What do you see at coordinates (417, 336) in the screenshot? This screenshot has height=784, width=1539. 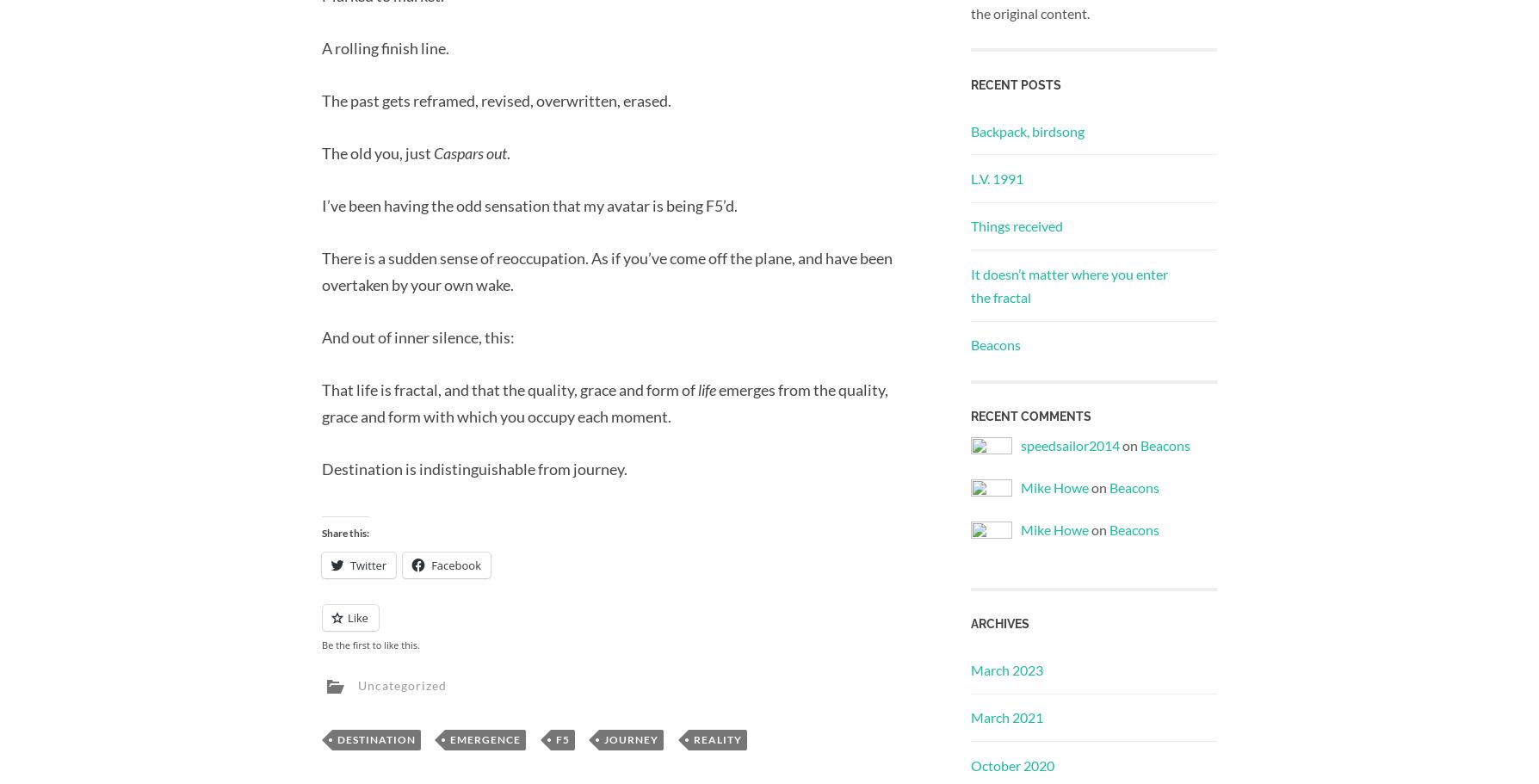 I see `'And out of inner silence, this:'` at bounding box center [417, 336].